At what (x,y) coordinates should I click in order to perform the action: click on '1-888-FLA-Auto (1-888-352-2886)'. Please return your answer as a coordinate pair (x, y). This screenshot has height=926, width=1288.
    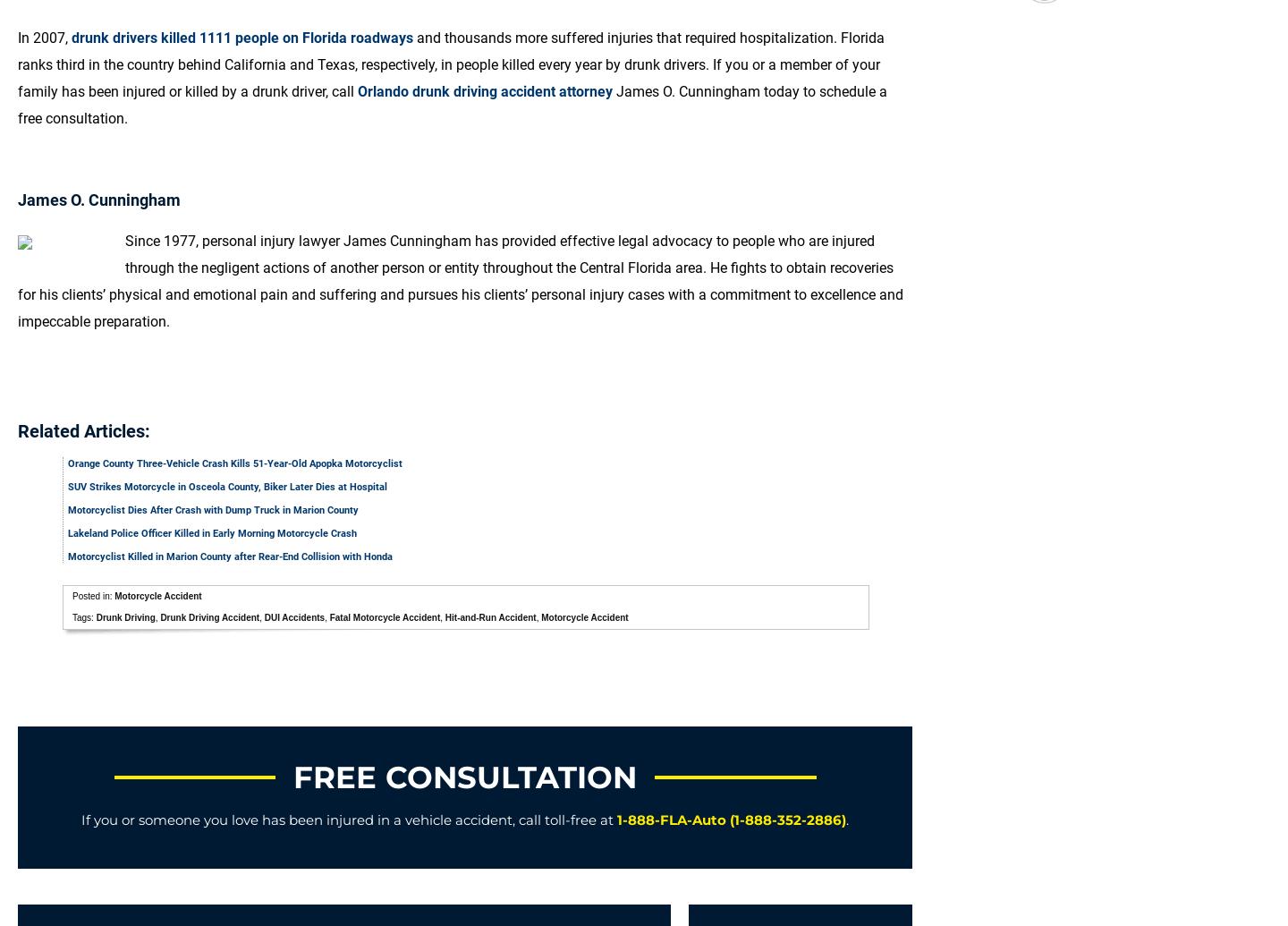
    Looking at the image, I should click on (732, 819).